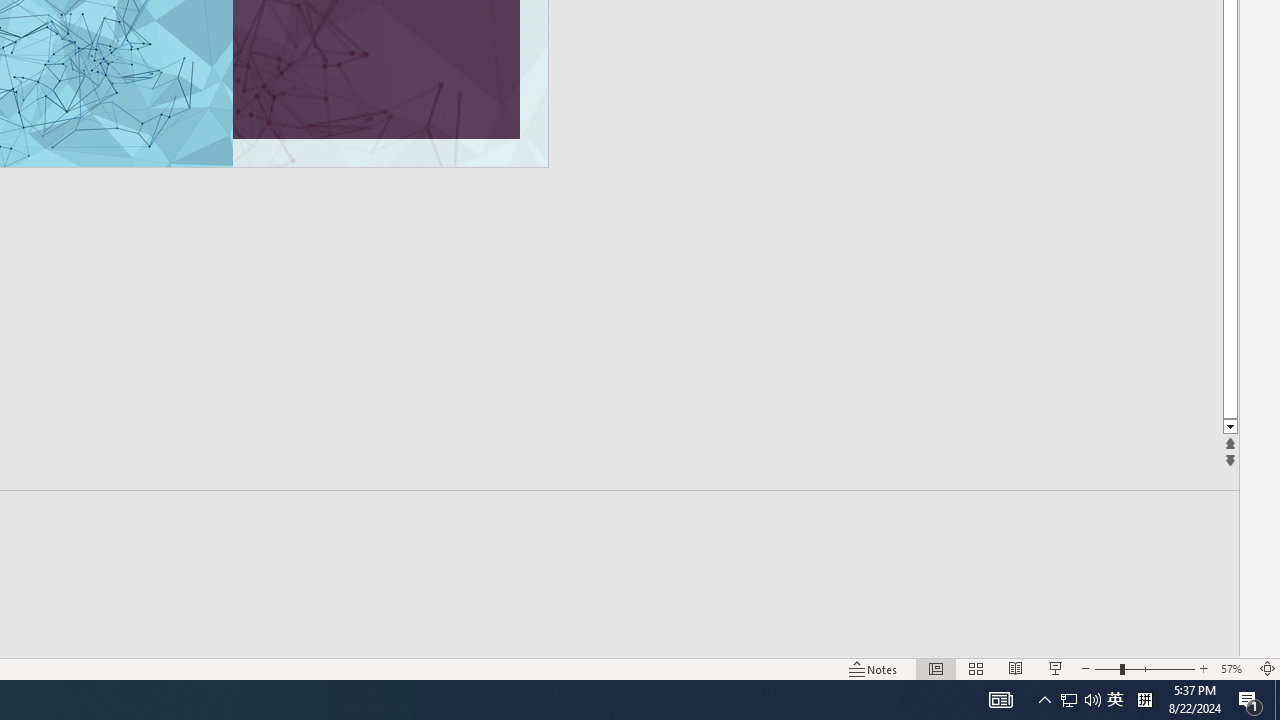  Describe the element at coordinates (1106, 669) in the screenshot. I see `'Zoom Out'` at that location.